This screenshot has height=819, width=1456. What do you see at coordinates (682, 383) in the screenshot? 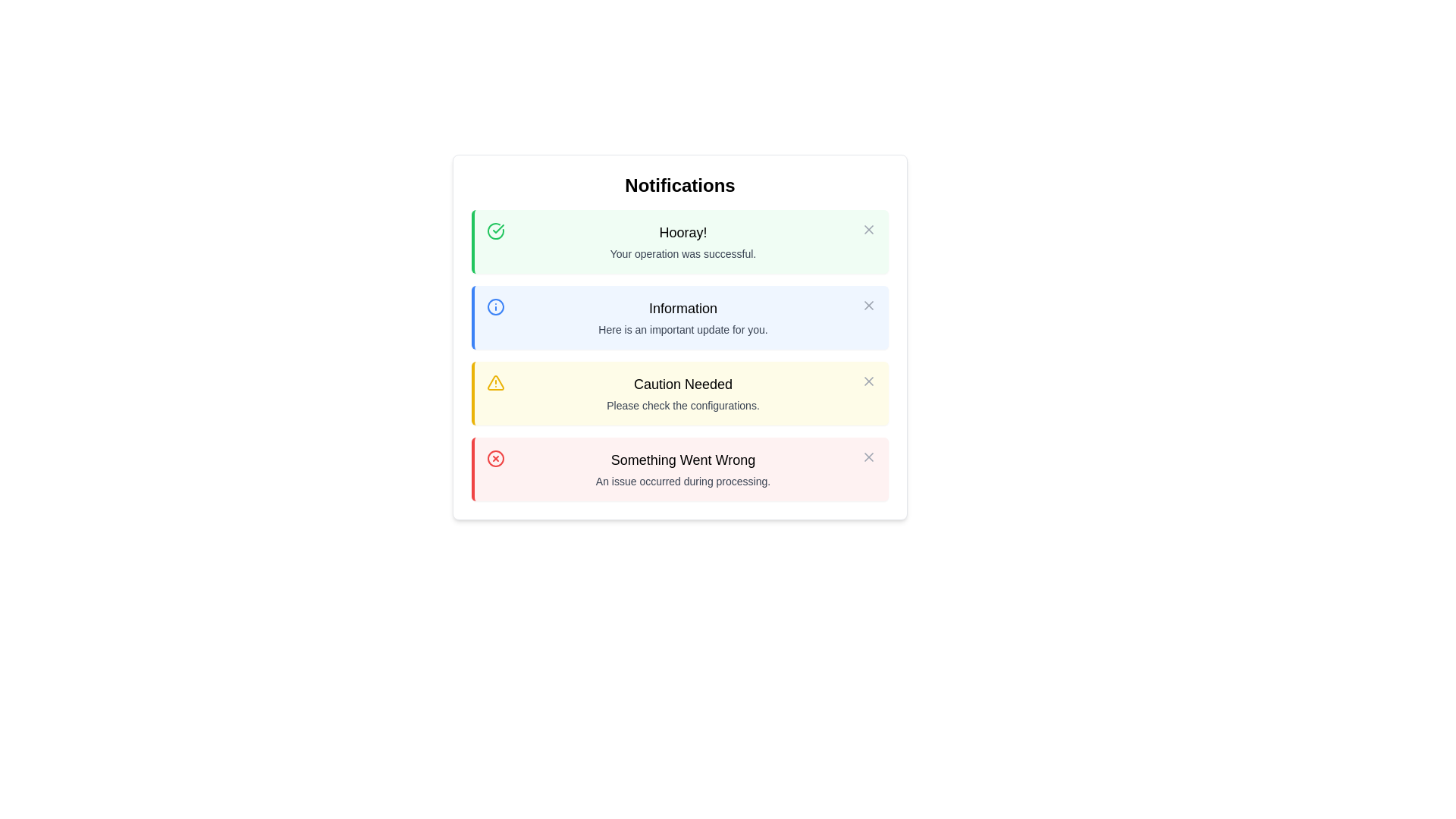
I see `alert message title displayed in the text label, located centrally within the third notification card beneath the main title 'Notifications'` at bounding box center [682, 383].